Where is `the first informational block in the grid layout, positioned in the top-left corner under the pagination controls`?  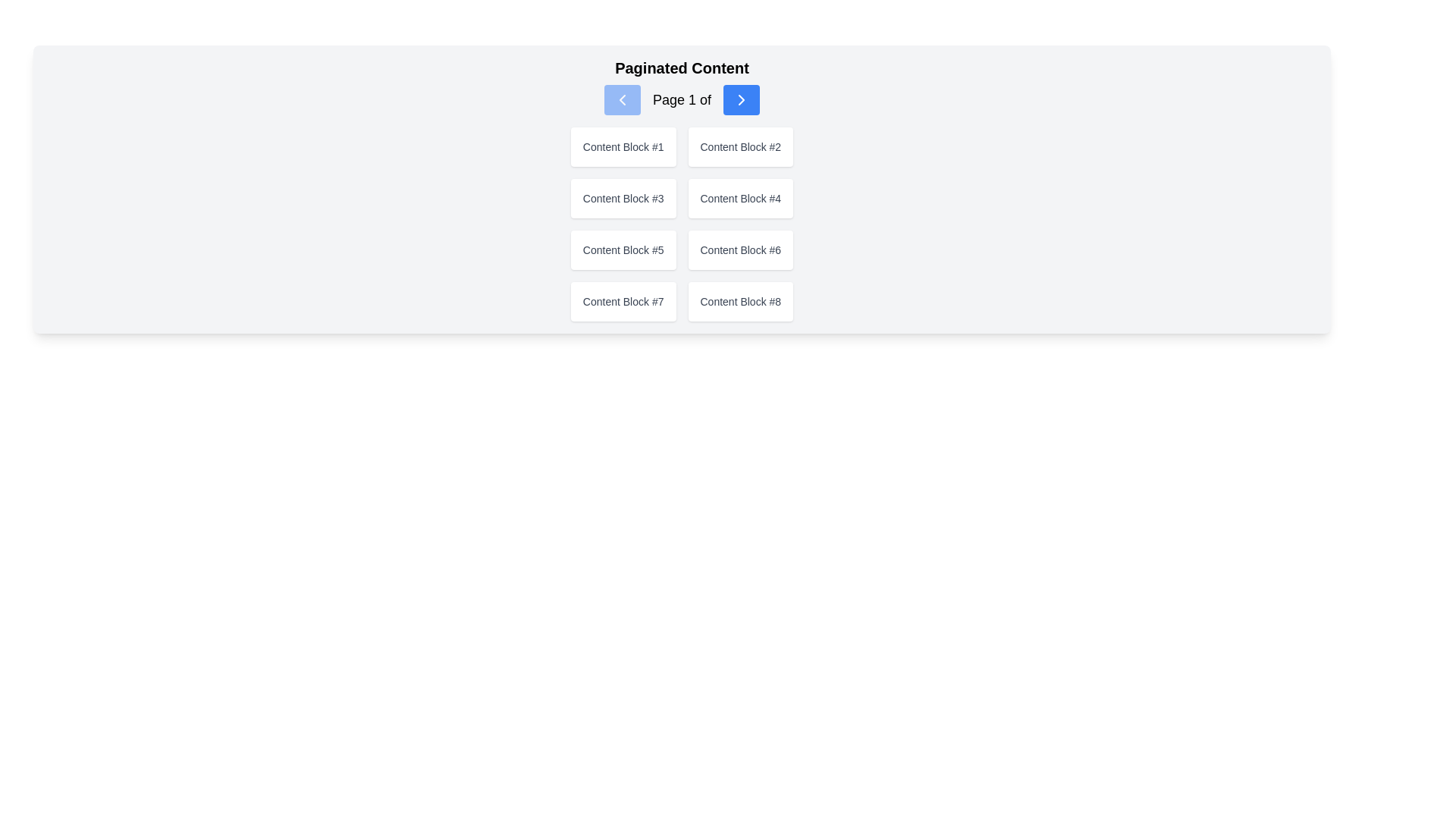
the first informational block in the grid layout, positioned in the top-left corner under the pagination controls is located at coordinates (623, 146).